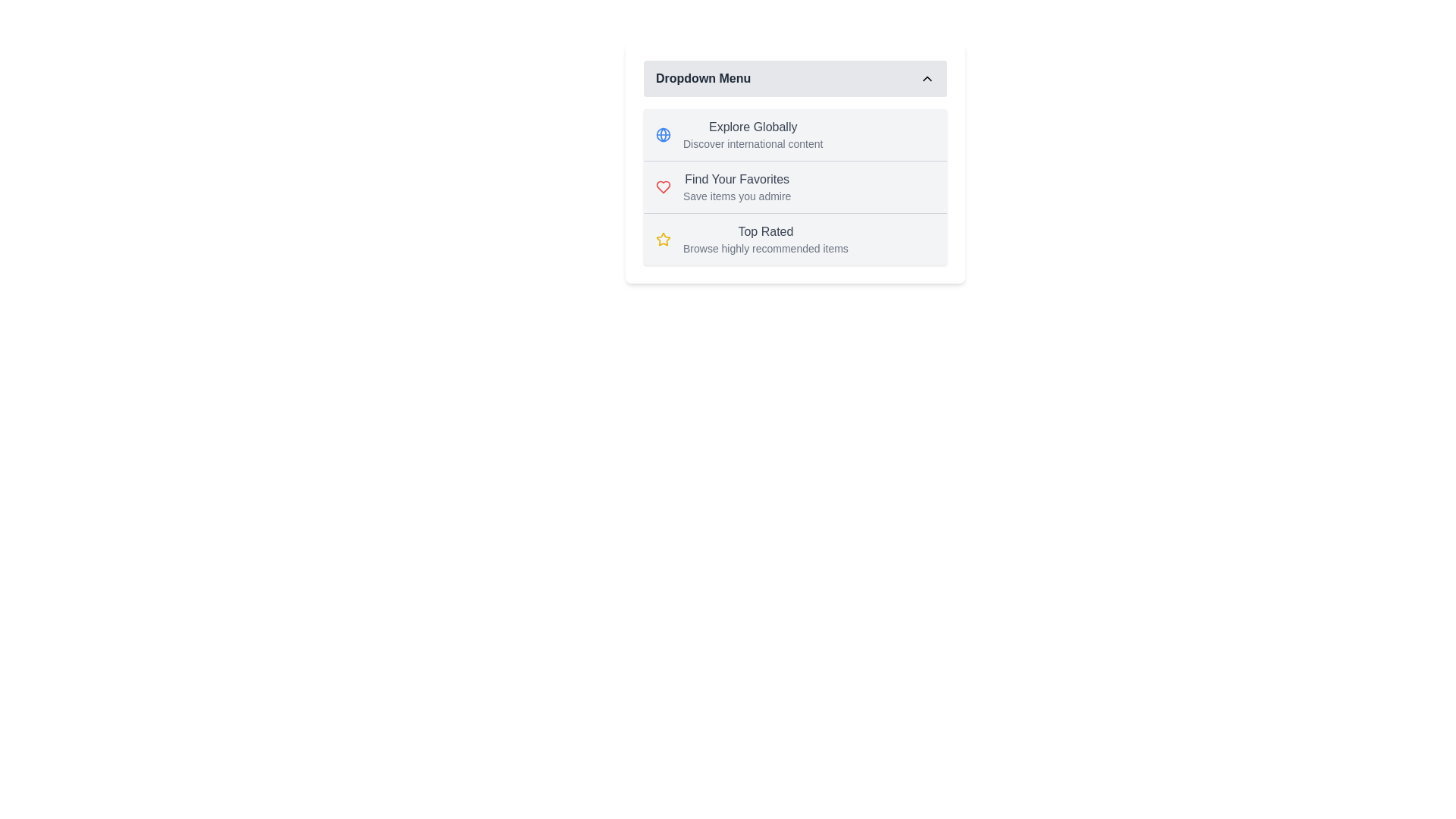  What do you see at coordinates (765, 239) in the screenshot?
I see `the 'Top Rated' menu item in the dropdown menu for accessibility navigation` at bounding box center [765, 239].